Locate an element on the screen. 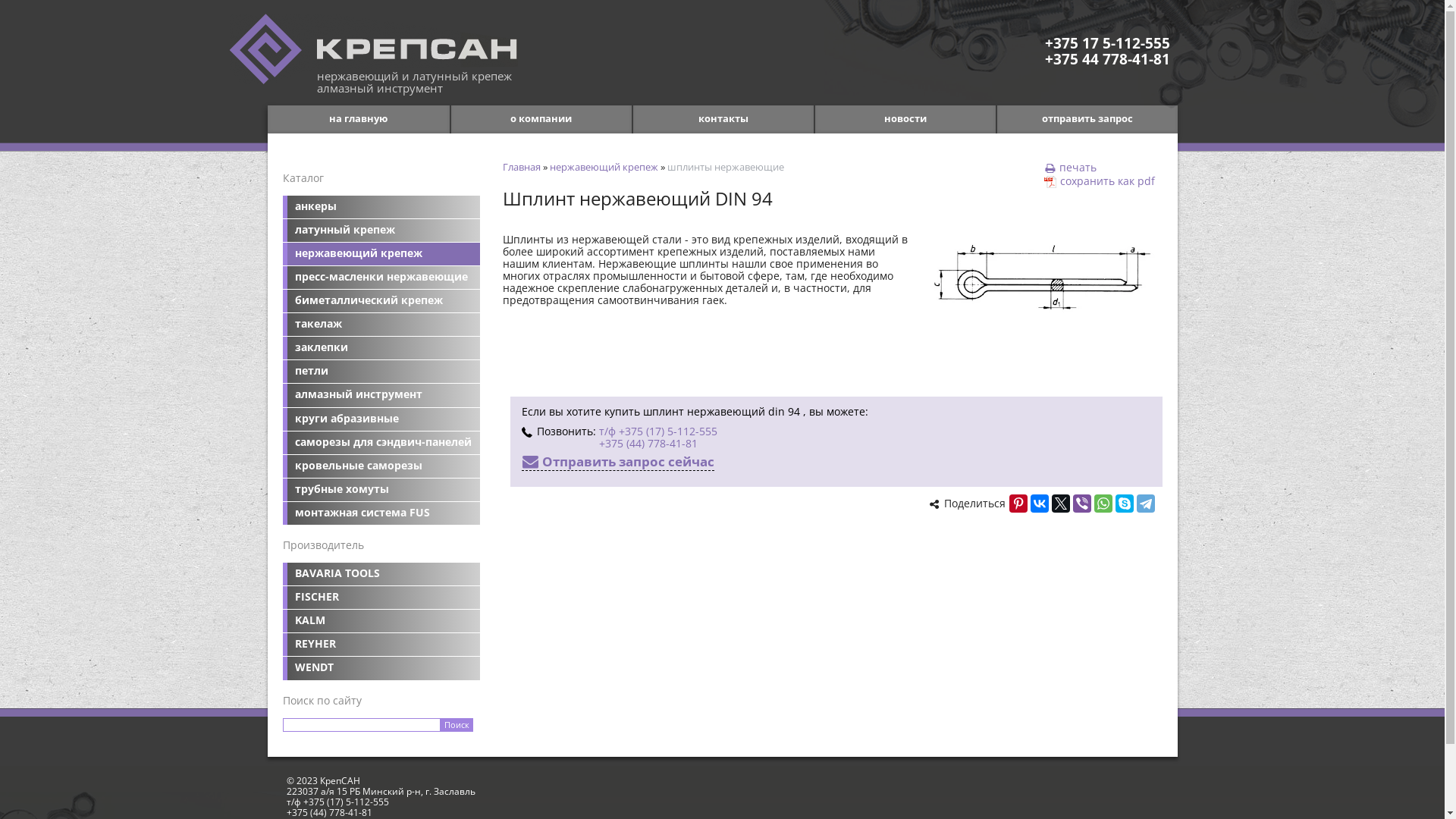 The height and width of the screenshot is (819, 1456). 'Viber' is located at coordinates (1080, 503).